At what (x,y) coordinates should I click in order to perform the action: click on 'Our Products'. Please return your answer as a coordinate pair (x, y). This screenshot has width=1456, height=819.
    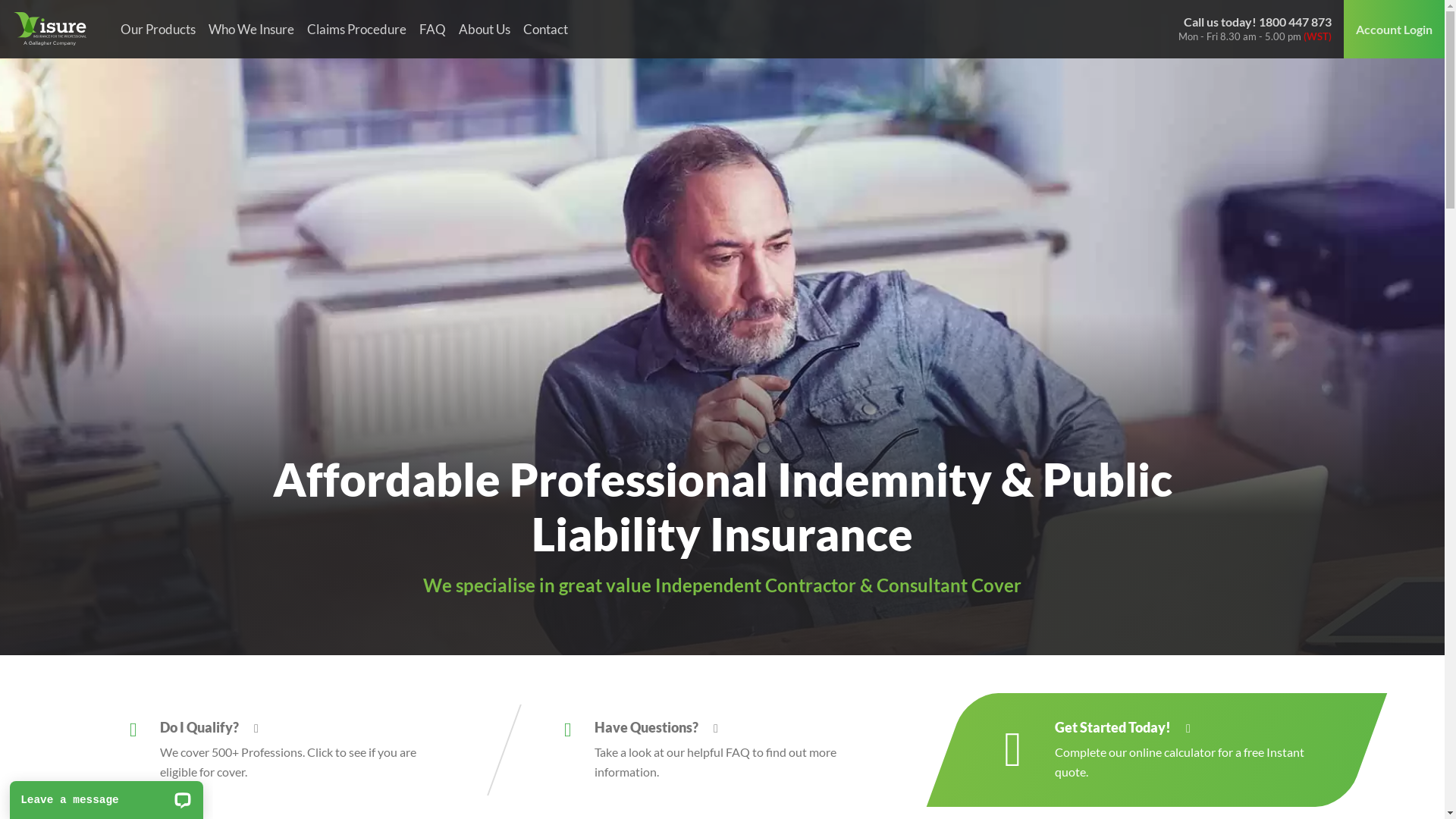
    Looking at the image, I should click on (112, 29).